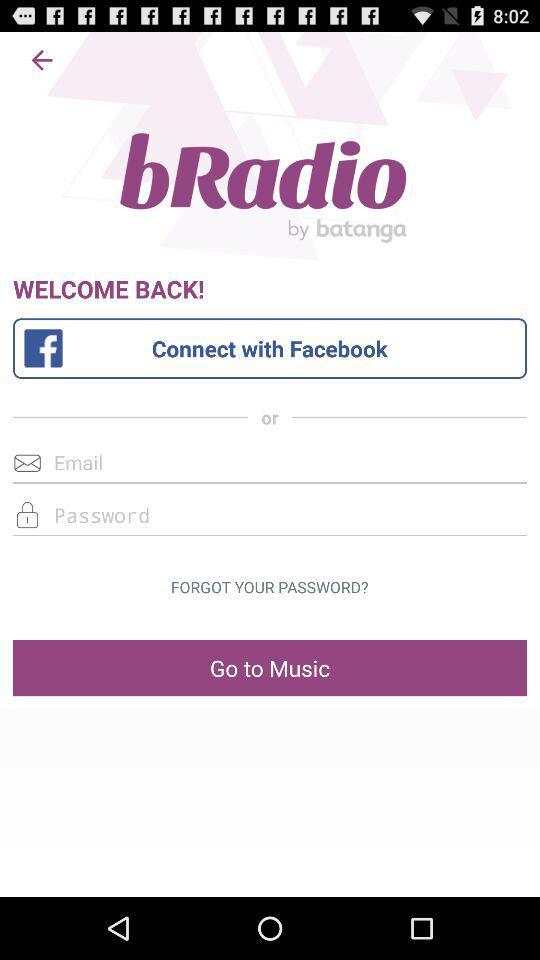 This screenshot has height=960, width=540. What do you see at coordinates (270, 348) in the screenshot?
I see `the item below the welcome back!` at bounding box center [270, 348].